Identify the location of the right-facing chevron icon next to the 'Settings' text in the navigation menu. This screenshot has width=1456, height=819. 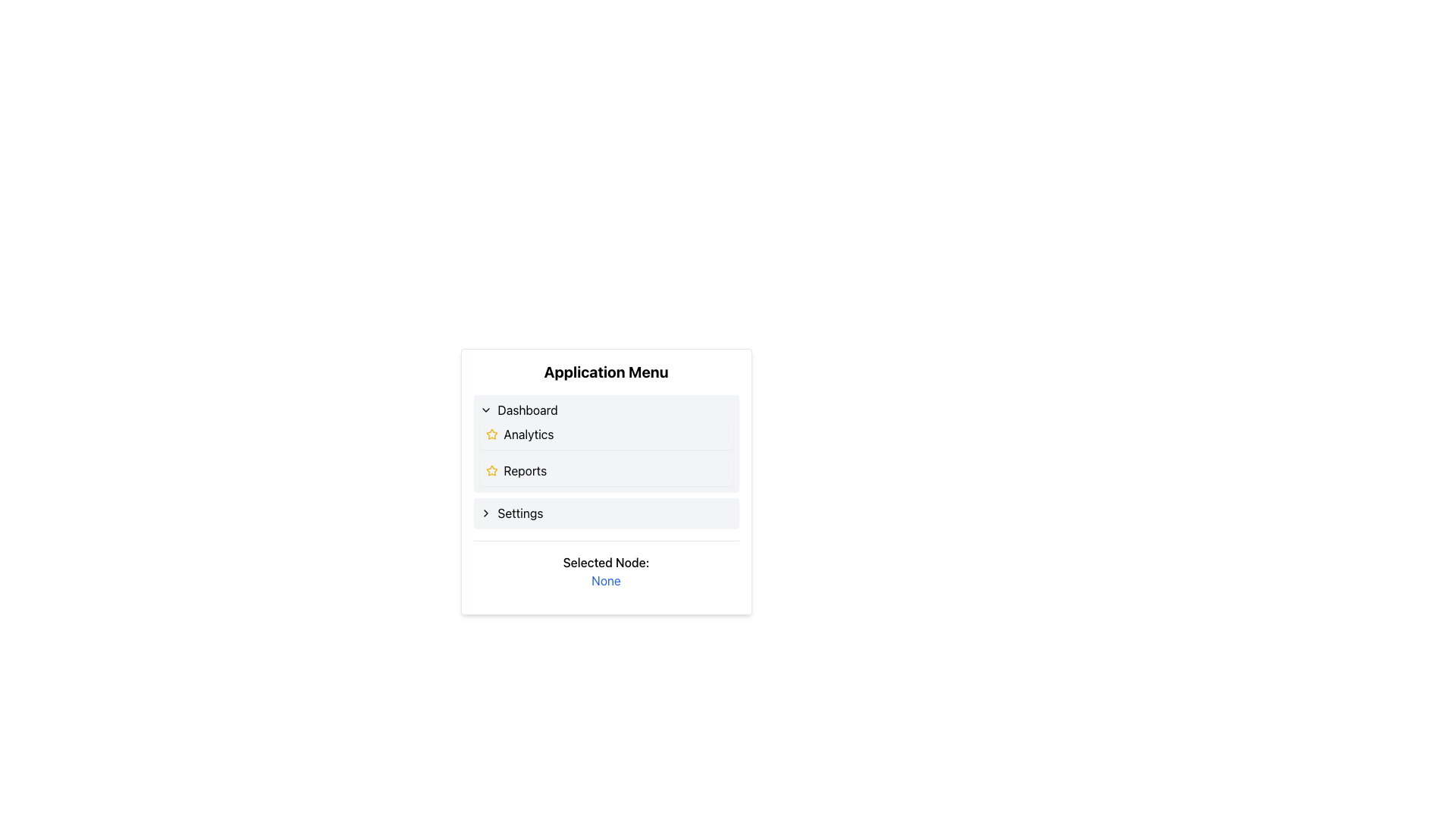
(485, 513).